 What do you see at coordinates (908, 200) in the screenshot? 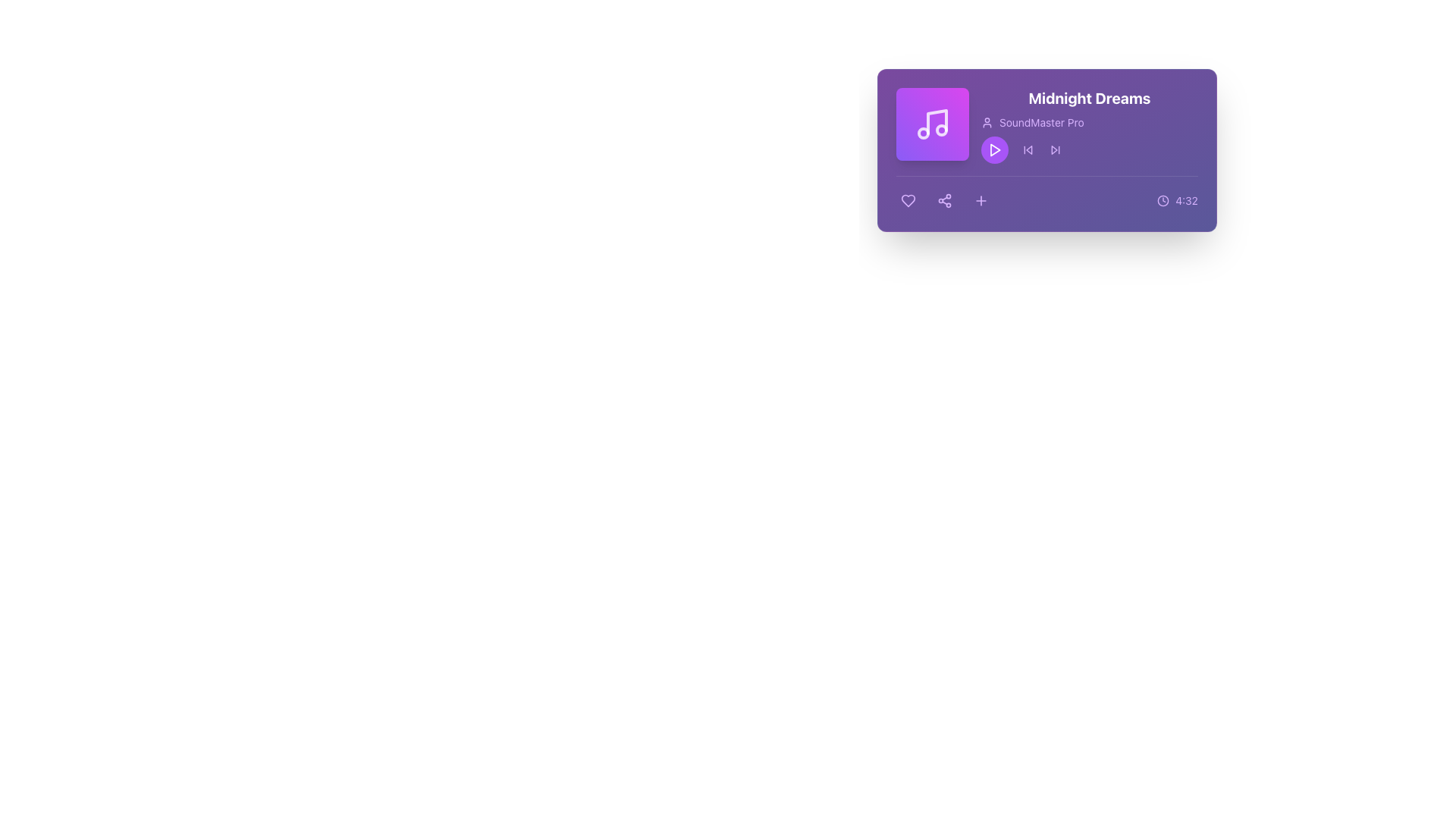
I see `the 'Like' button, which is the first icon on the left side in a row of three icons below the main content of the music card` at bounding box center [908, 200].